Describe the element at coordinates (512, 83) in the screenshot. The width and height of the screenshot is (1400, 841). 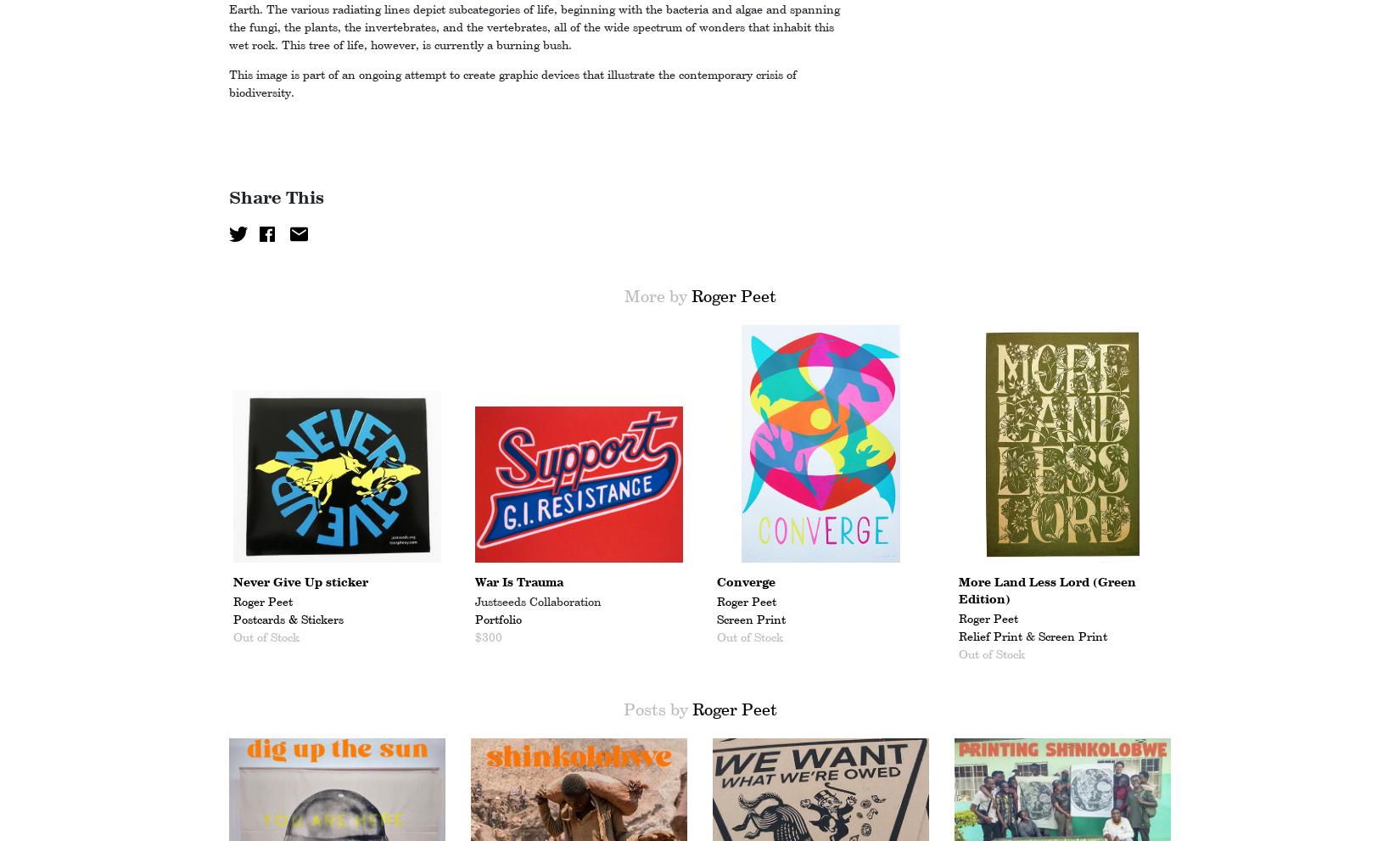
I see `'This image is part of an ongoing attempt to create graphic devices that illustrate the contemporary crisis of biodiversity.'` at that location.